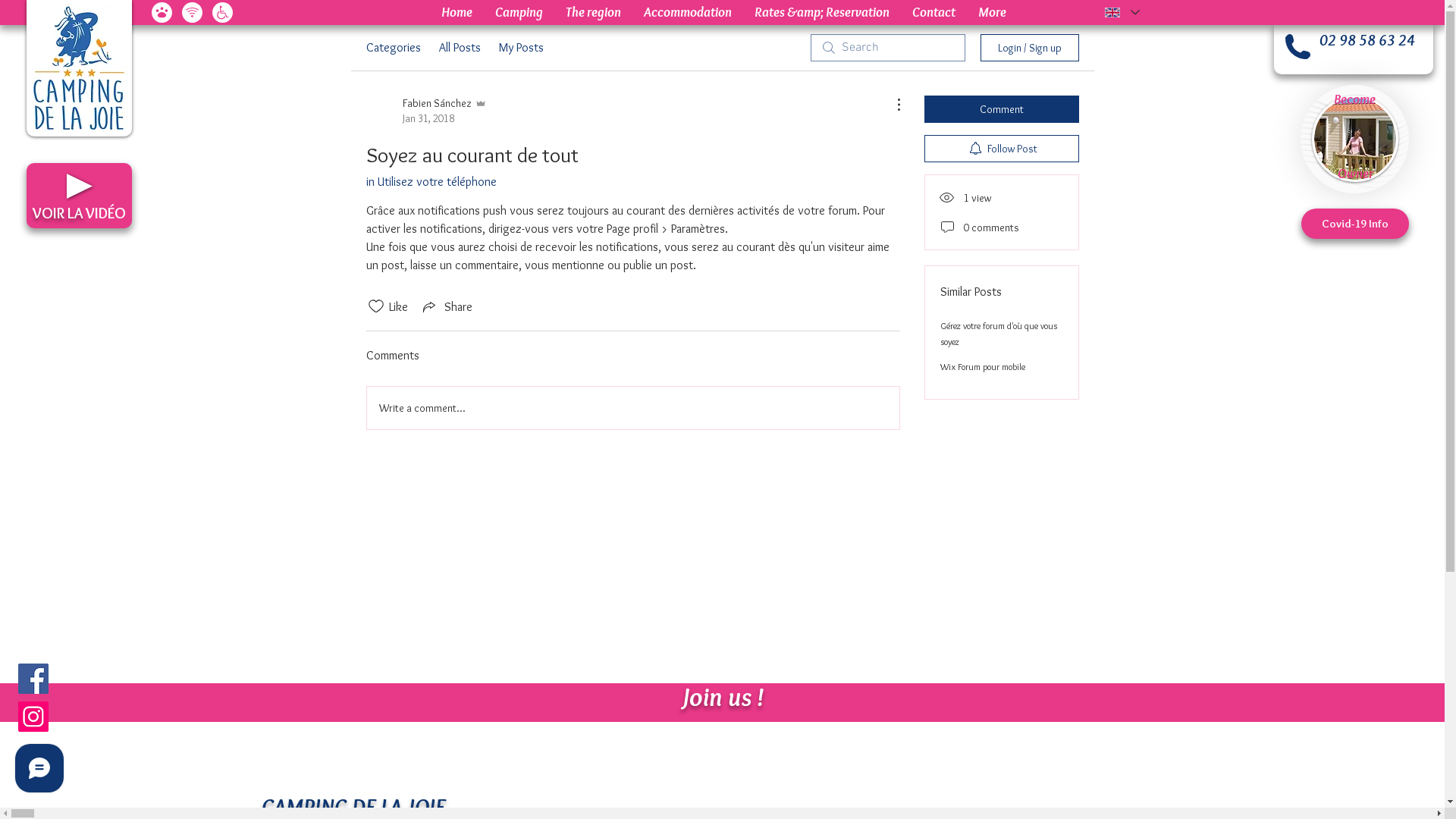  I want to click on 'Covid-19 Info', so click(1354, 223).